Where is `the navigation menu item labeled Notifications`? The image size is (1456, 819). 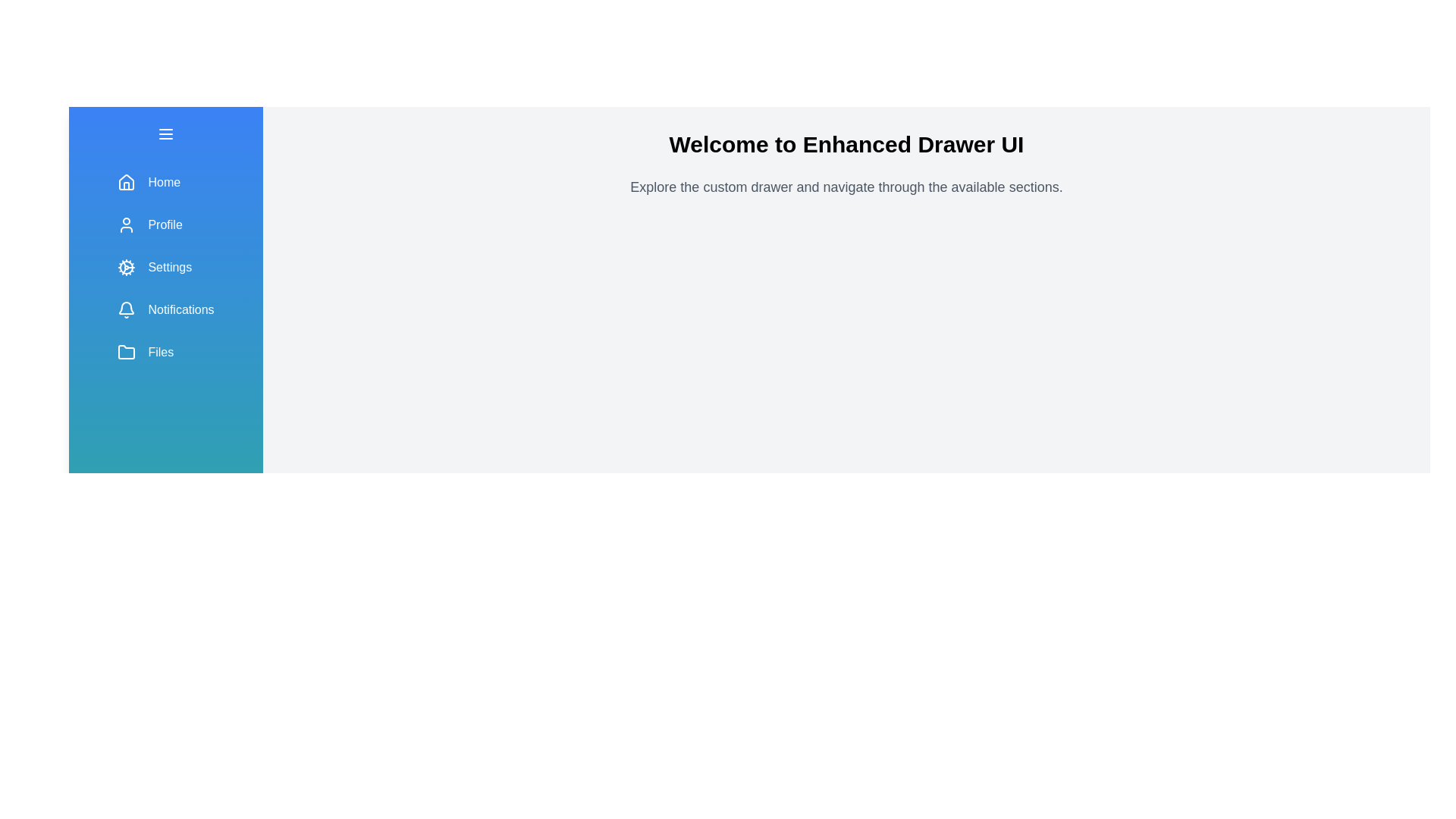 the navigation menu item labeled Notifications is located at coordinates (166, 309).